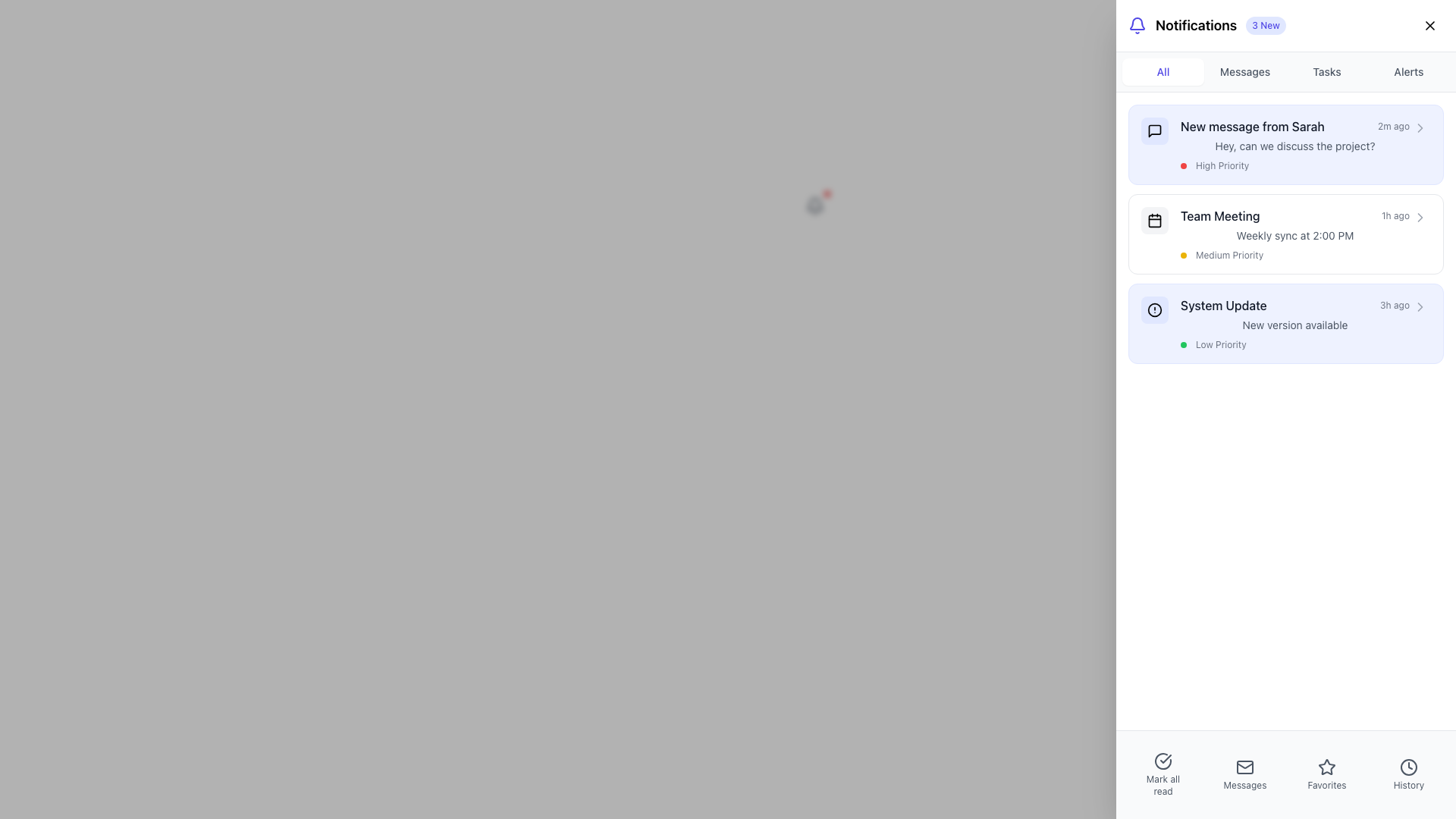 This screenshot has height=819, width=1456. I want to click on the icon representing a message or communication located in the top-left corner of the notification titled 'New message from Sarah', so click(1153, 130).